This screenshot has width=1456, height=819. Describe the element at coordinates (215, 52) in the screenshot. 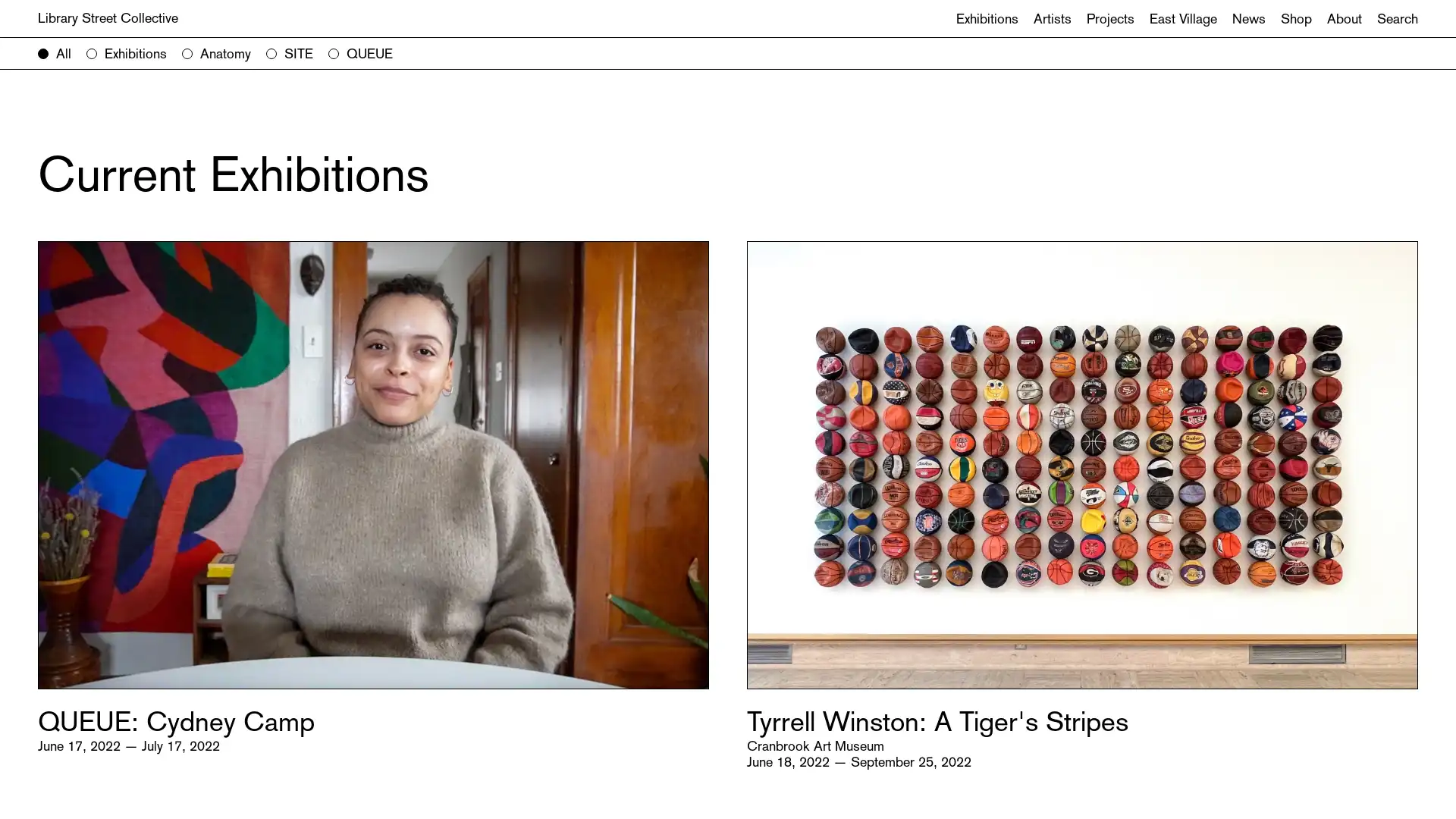

I see `Anatomy` at that location.